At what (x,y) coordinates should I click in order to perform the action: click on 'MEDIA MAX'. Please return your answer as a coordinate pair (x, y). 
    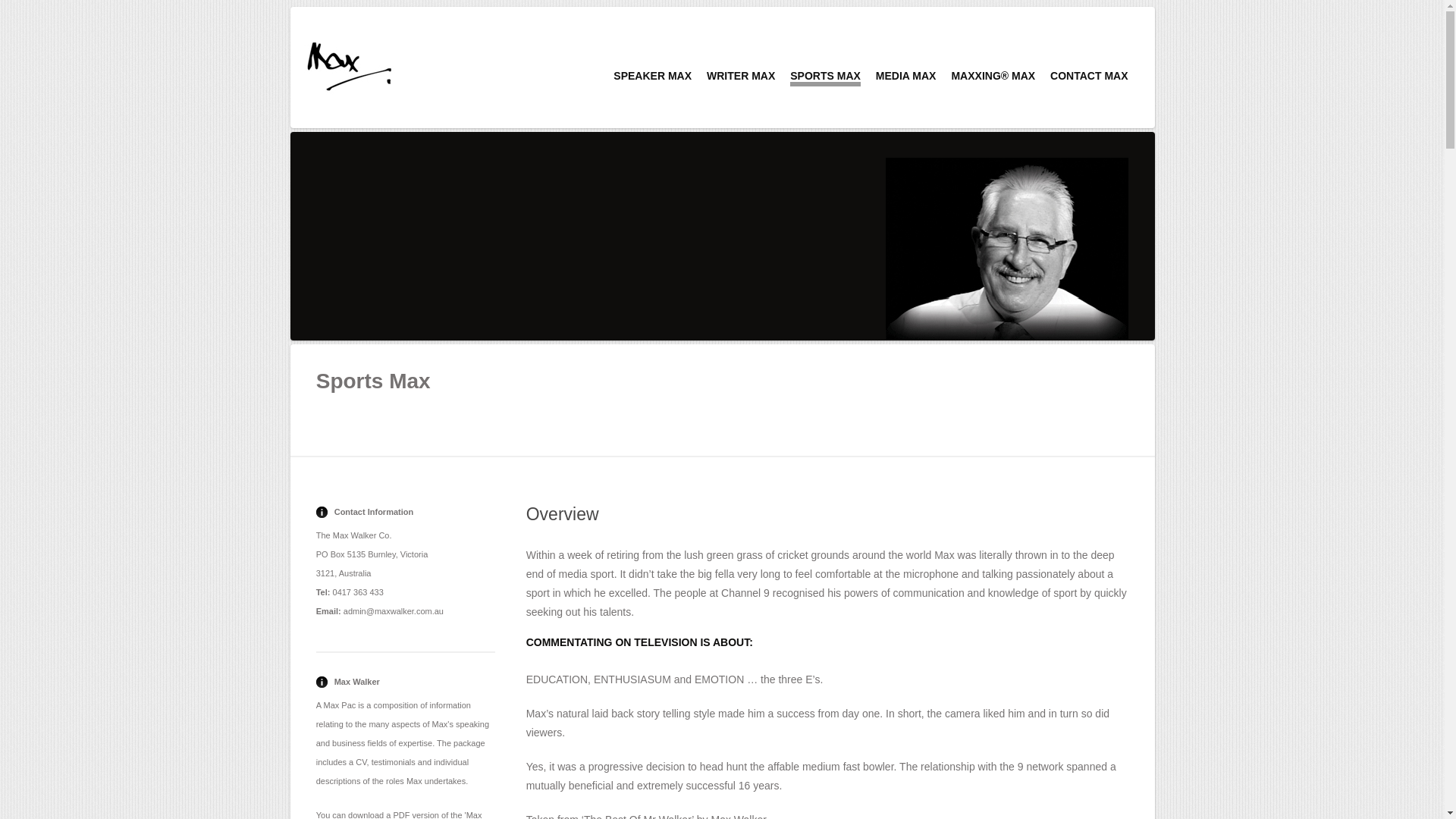
    Looking at the image, I should click on (876, 76).